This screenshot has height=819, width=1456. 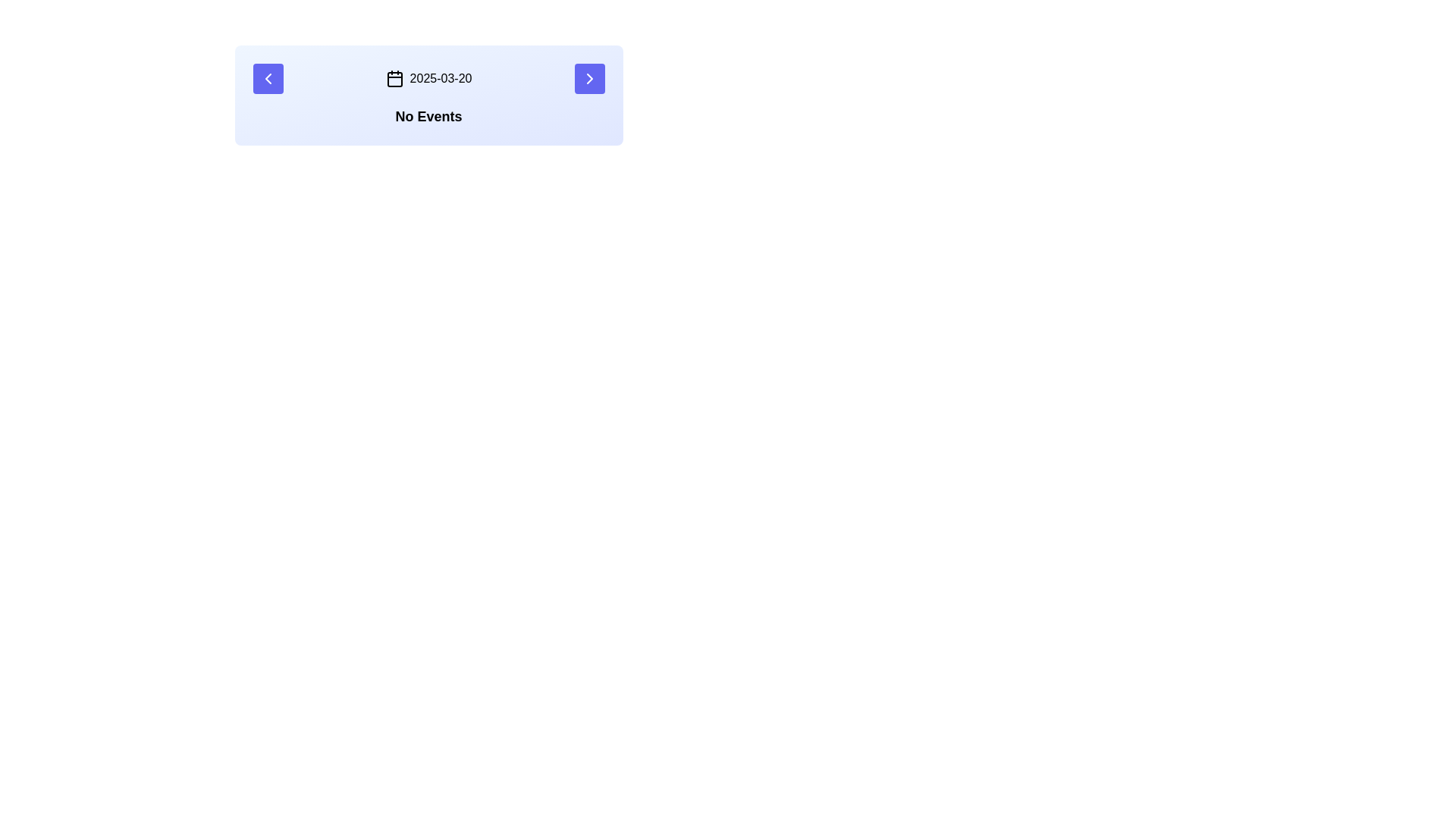 I want to click on the Chevron icon located inside a light-blue circular button on the far-right of the horizontal panel, so click(x=588, y=79).